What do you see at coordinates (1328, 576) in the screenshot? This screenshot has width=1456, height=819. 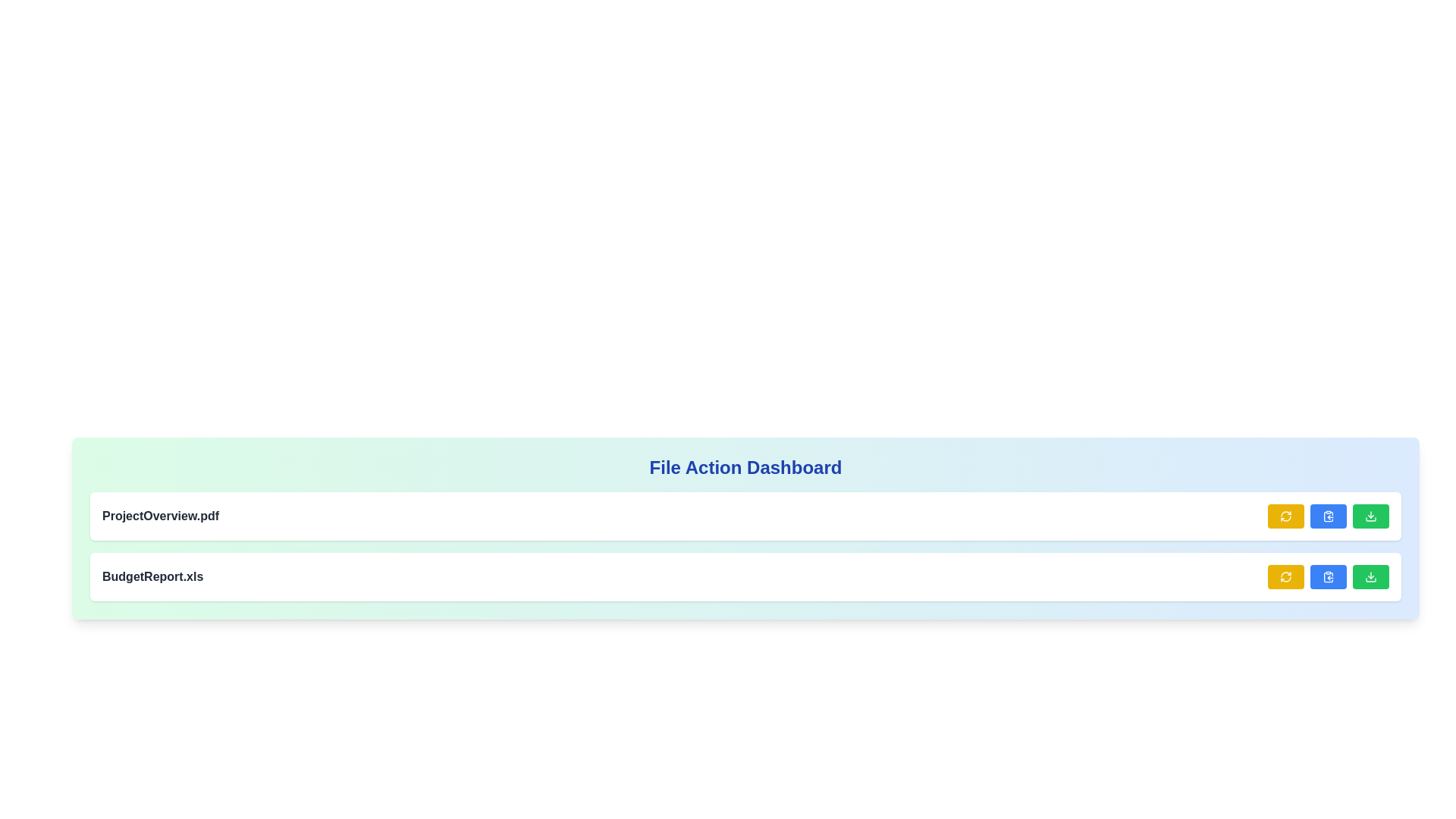 I see `the blue icon button with a clipboard and document symbol located to the right of the second file entry ('BudgetReport.xls')` at bounding box center [1328, 576].